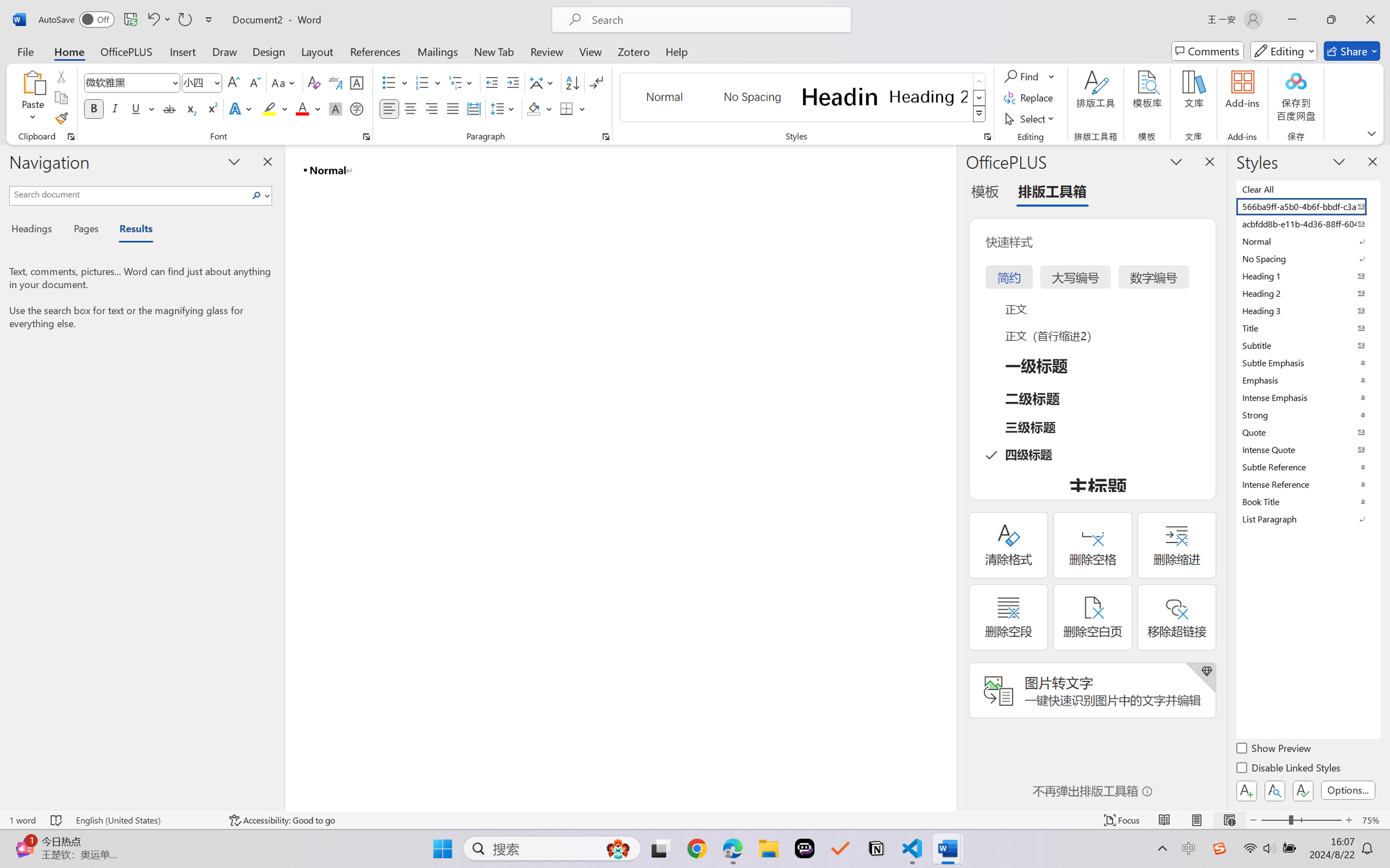  What do you see at coordinates (1307, 414) in the screenshot?
I see `'Strong'` at bounding box center [1307, 414].